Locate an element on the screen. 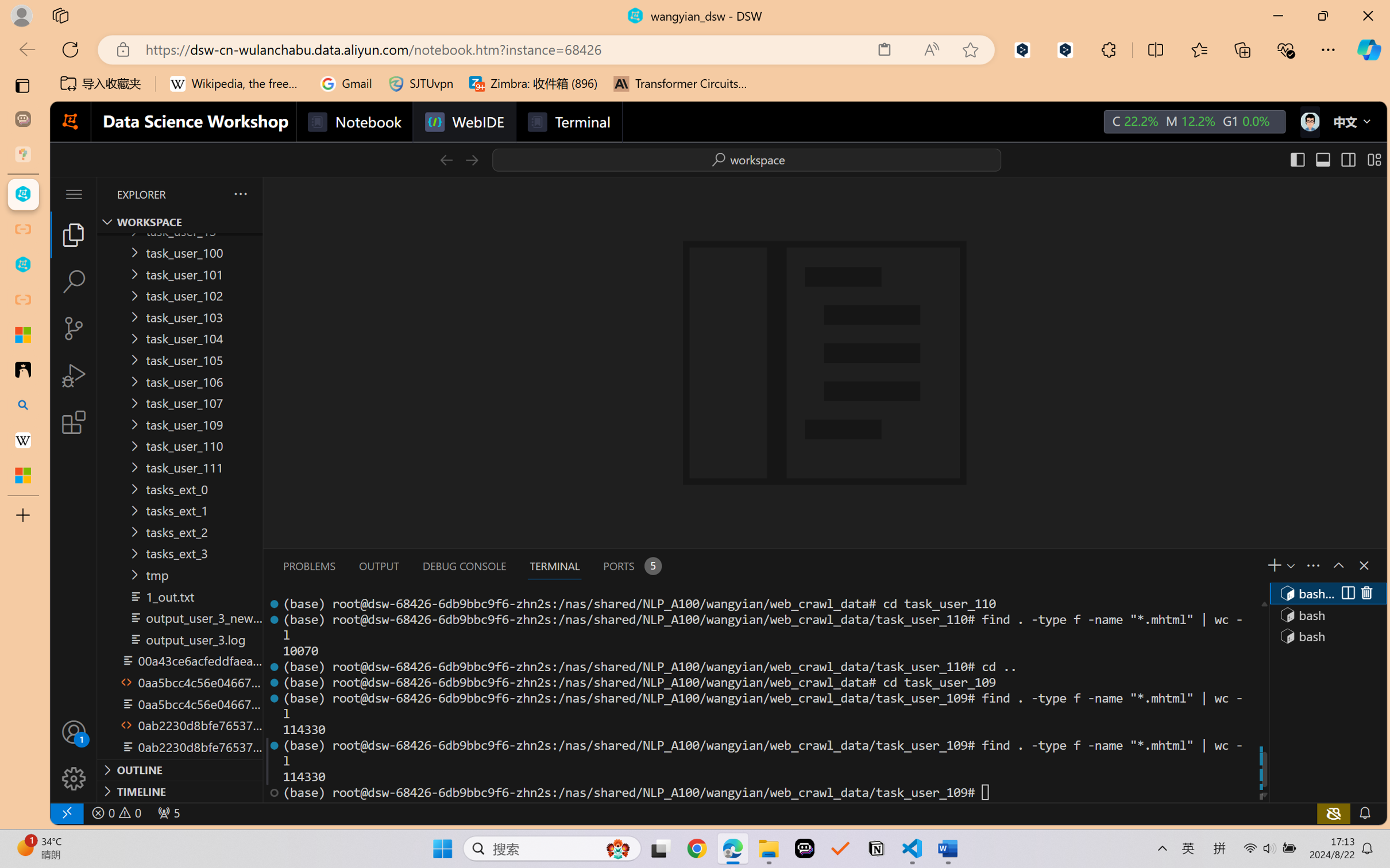 The image size is (1390, 868). 'Run and Debug (Ctrl+Shift+D)' is located at coordinates (73, 375).